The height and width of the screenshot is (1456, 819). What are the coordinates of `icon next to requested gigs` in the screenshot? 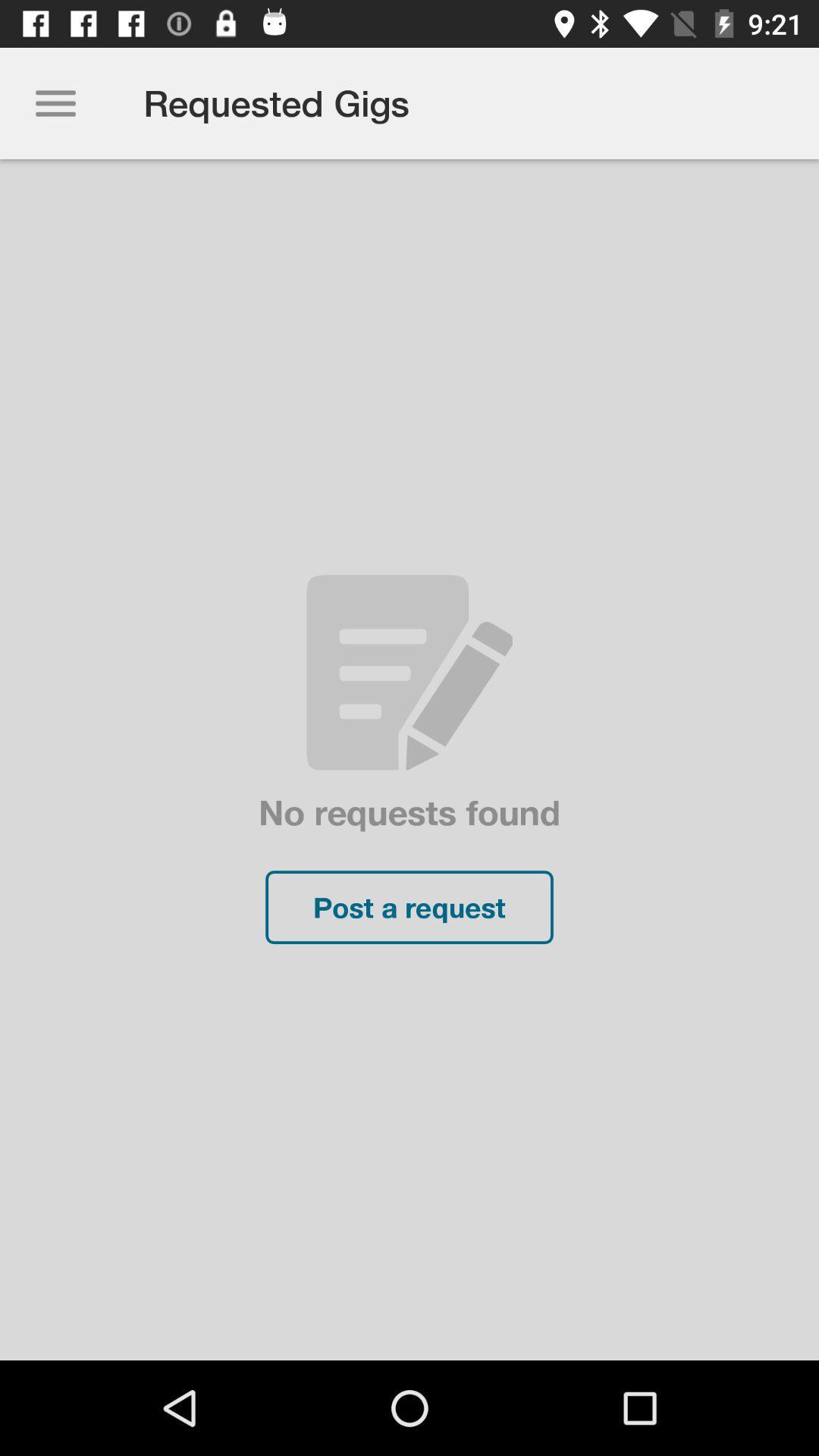 It's located at (55, 102).